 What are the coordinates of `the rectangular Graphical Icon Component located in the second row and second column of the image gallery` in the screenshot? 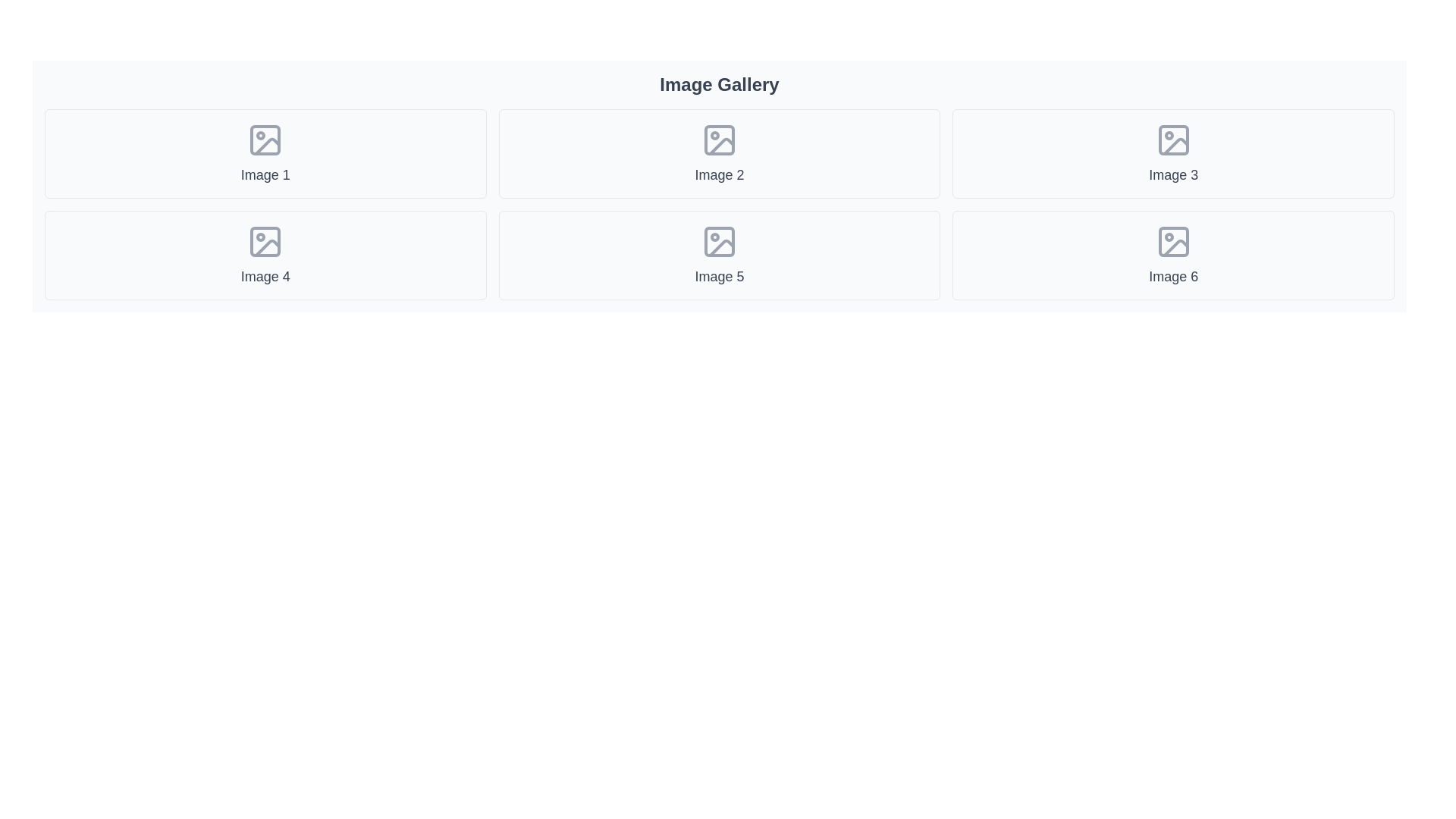 It's located at (719, 241).